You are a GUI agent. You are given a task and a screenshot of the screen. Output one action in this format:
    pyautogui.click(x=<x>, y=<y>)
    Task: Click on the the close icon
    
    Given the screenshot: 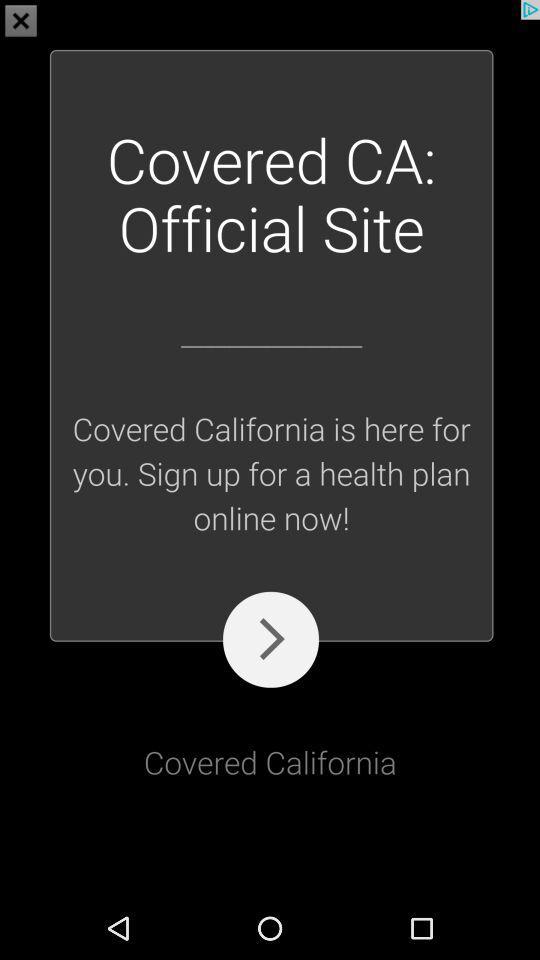 What is the action you would take?
    pyautogui.click(x=20, y=21)
    